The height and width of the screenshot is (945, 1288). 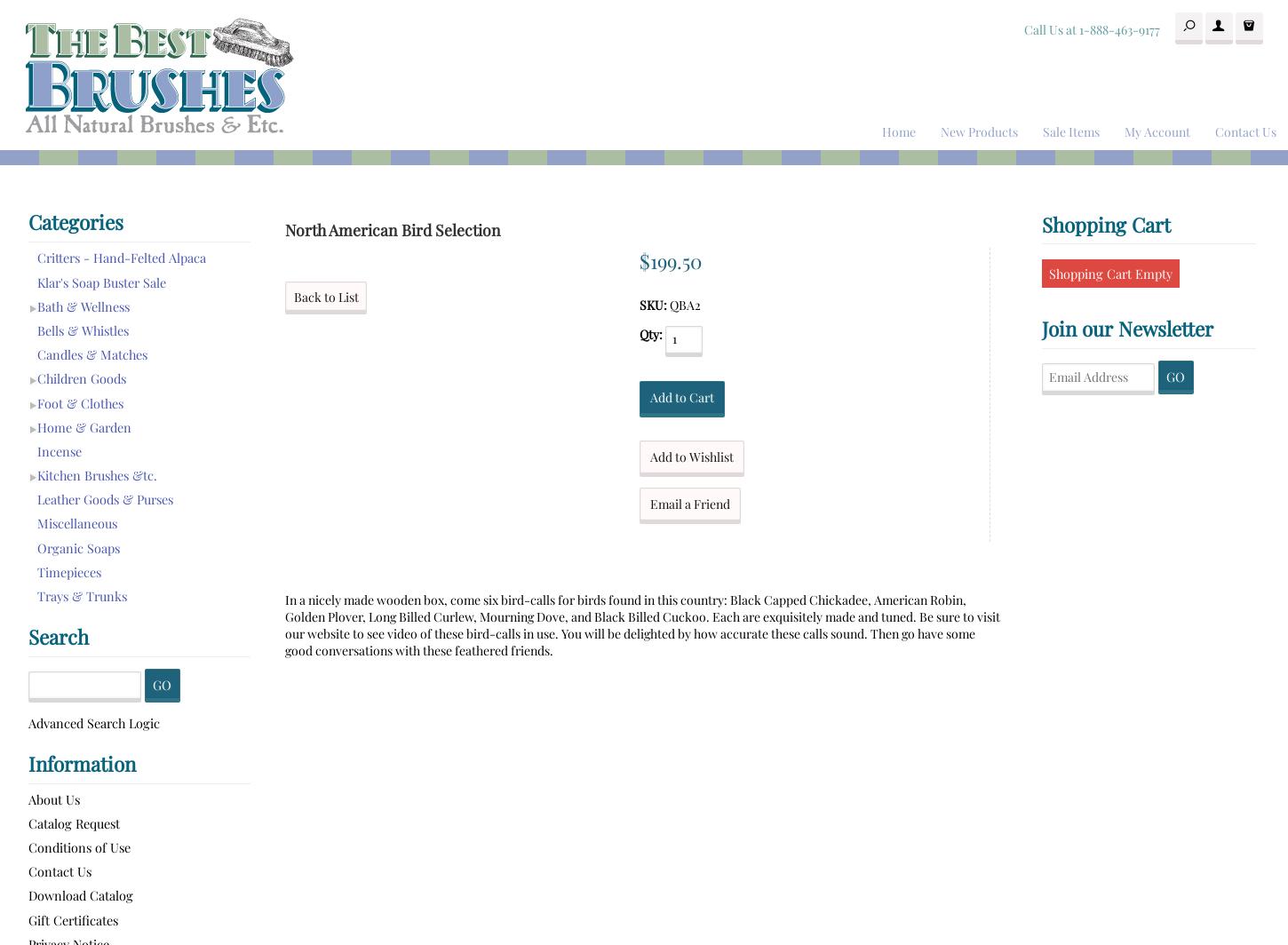 What do you see at coordinates (80, 895) in the screenshot?
I see `'Download Catalog'` at bounding box center [80, 895].